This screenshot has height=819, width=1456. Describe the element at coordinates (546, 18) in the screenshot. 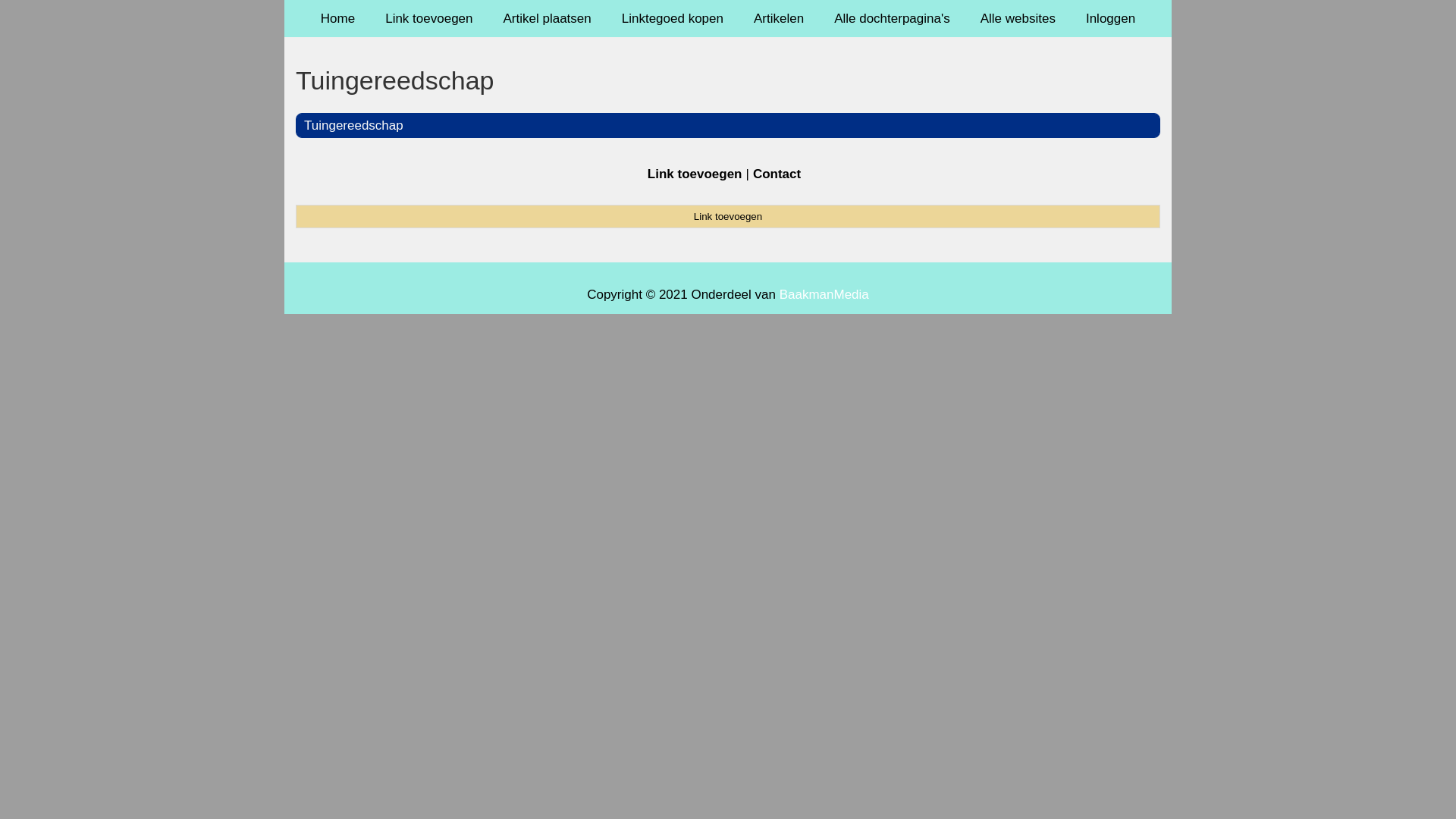

I see `'Artikel plaatsen'` at that location.